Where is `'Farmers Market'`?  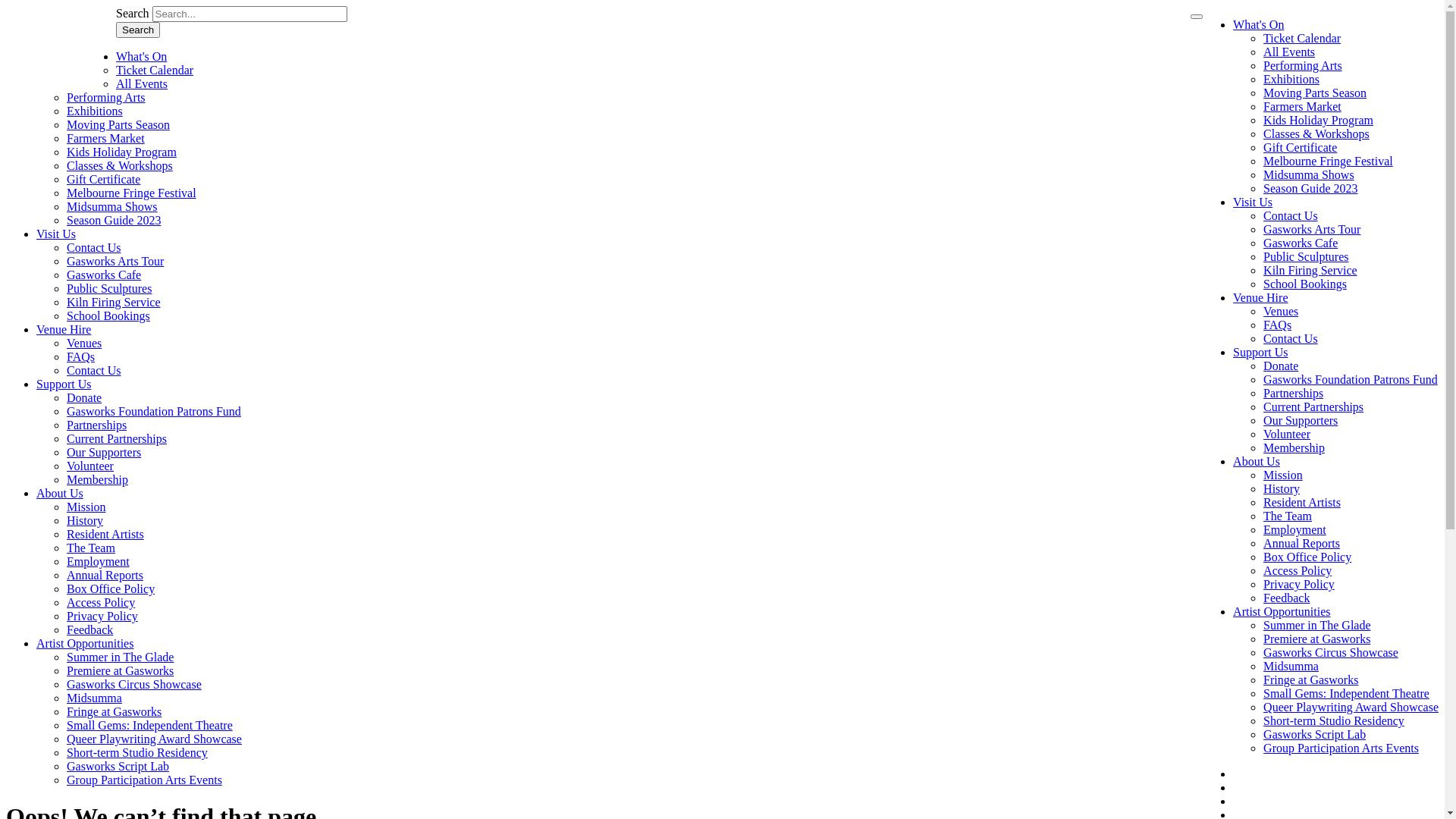 'Farmers Market' is located at coordinates (1263, 105).